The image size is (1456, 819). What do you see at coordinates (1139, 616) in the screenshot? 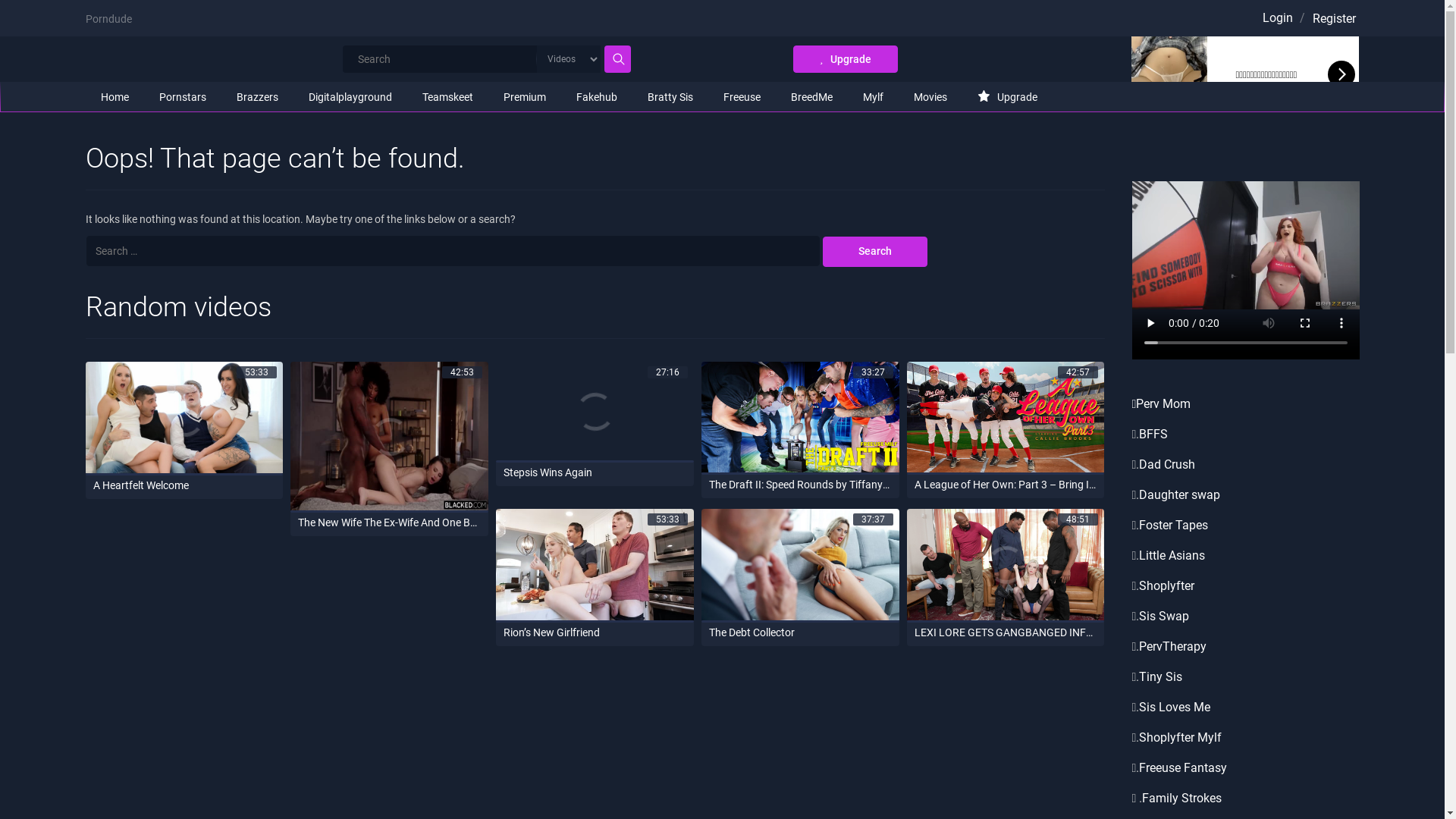
I see `'Sis Swap'` at bounding box center [1139, 616].